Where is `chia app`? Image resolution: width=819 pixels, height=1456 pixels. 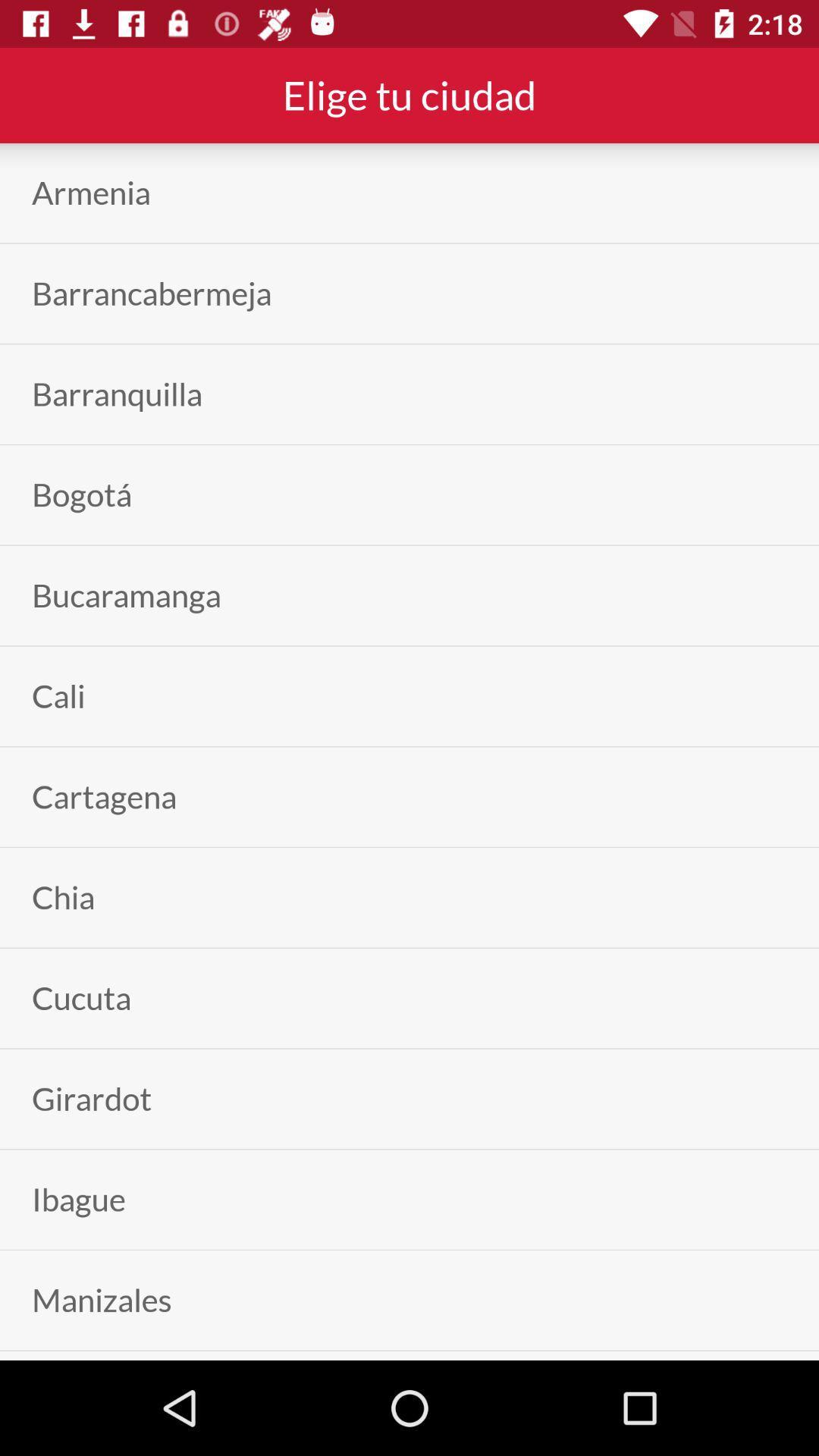
chia app is located at coordinates (62, 897).